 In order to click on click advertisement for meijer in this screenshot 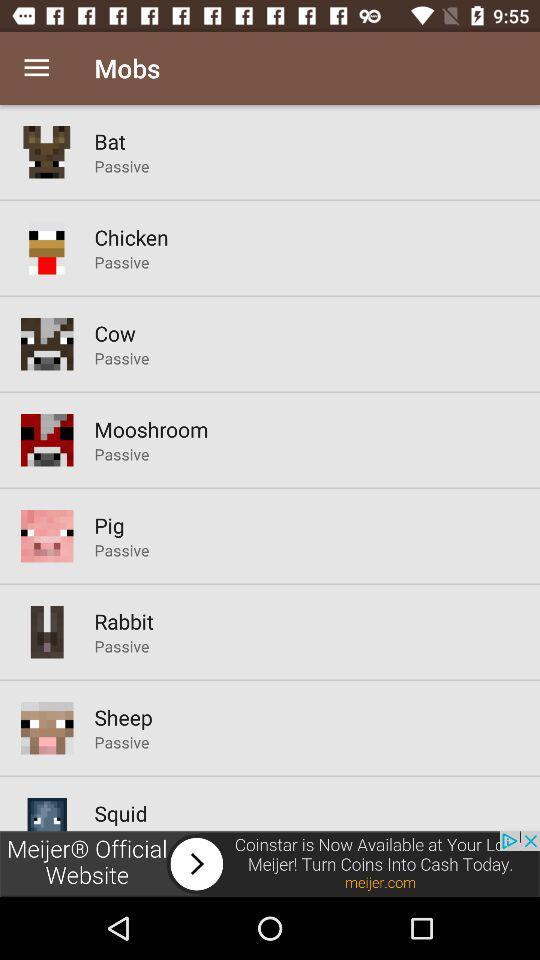, I will do `click(270, 863)`.